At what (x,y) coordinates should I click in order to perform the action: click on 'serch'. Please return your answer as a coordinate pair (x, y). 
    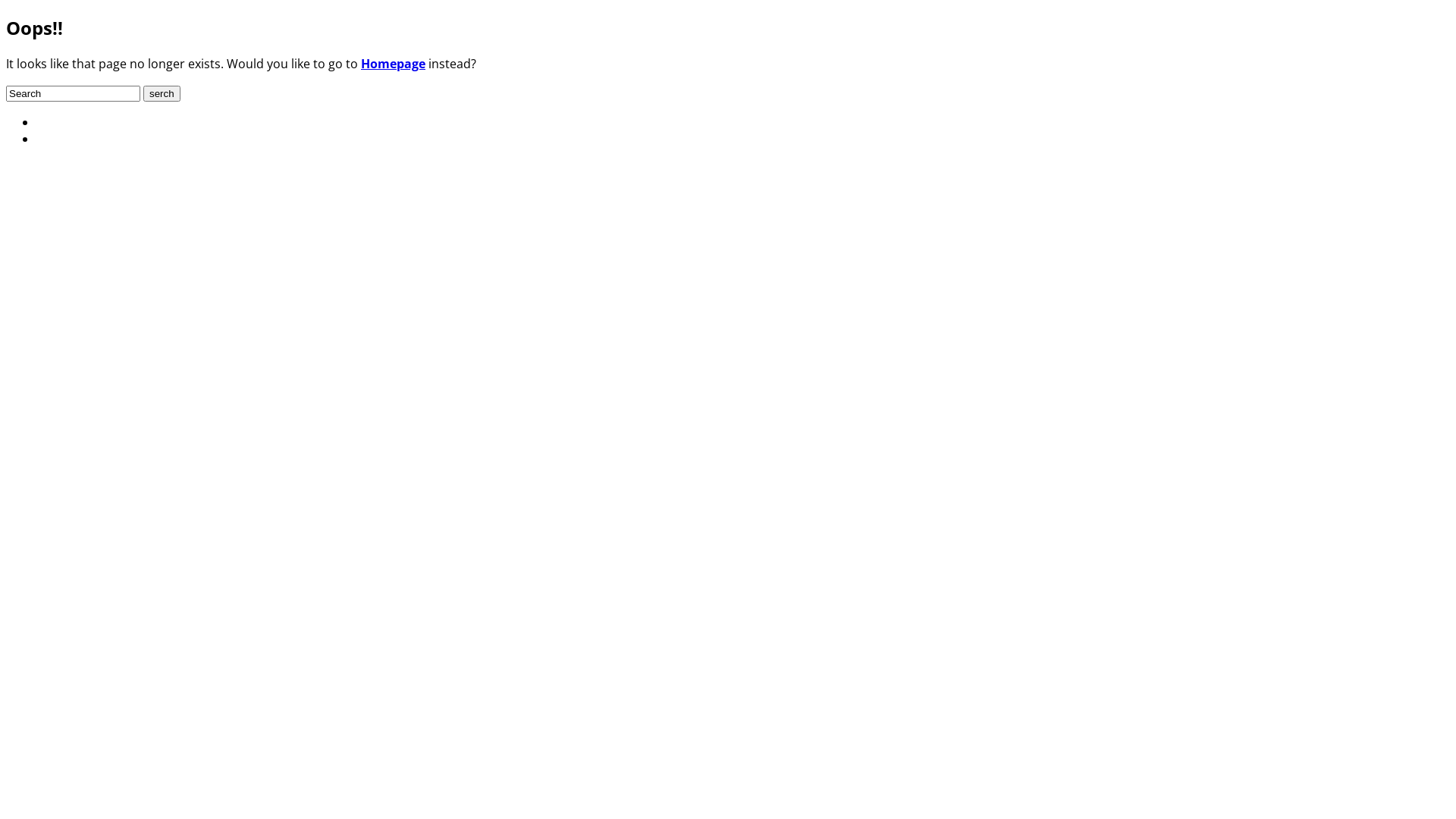
    Looking at the image, I should click on (162, 93).